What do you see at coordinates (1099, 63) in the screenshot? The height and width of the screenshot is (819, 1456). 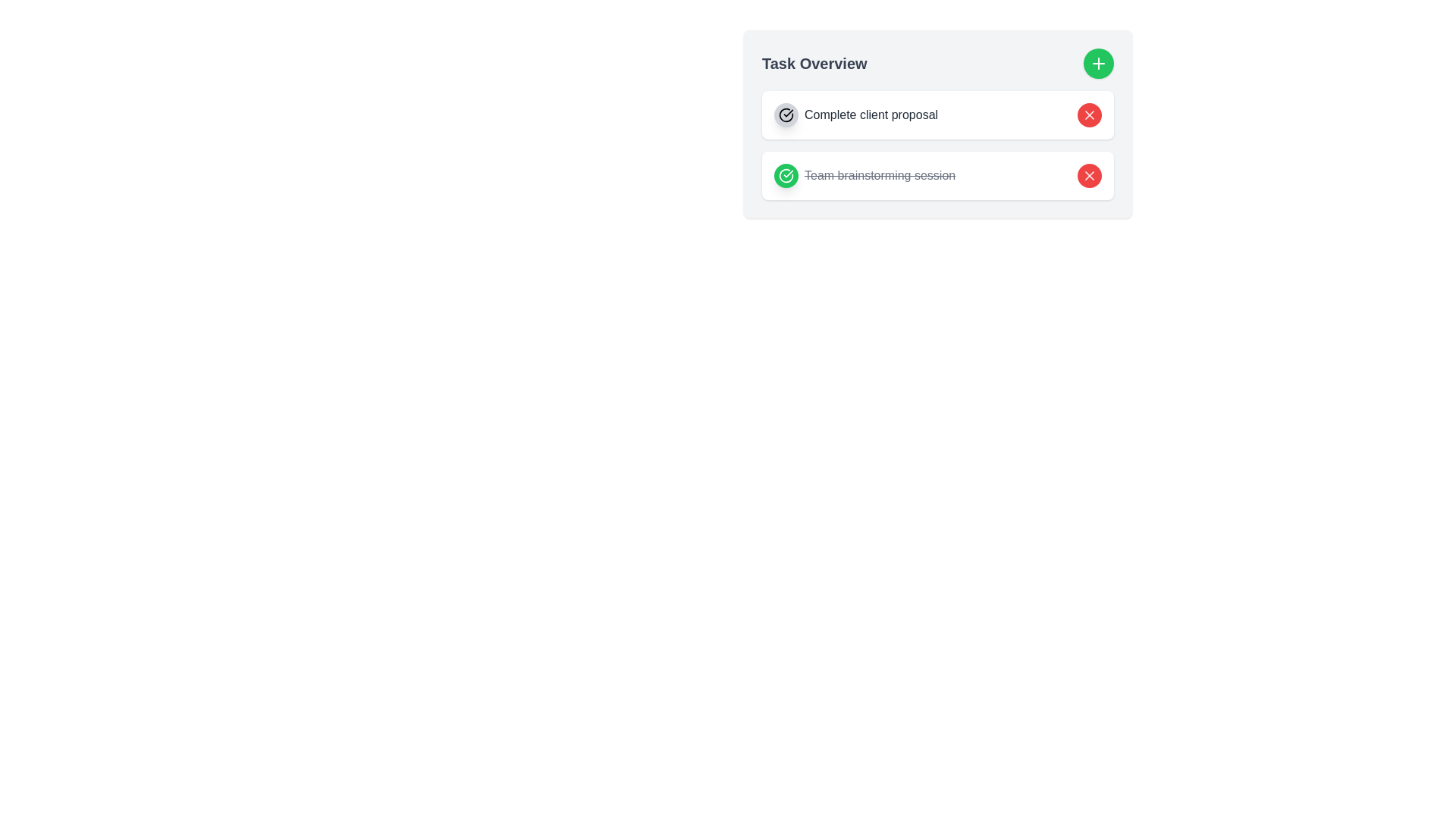 I see `the green circular button with a white plus symbol located at the top-right corner of the 'Task Overview' card` at bounding box center [1099, 63].